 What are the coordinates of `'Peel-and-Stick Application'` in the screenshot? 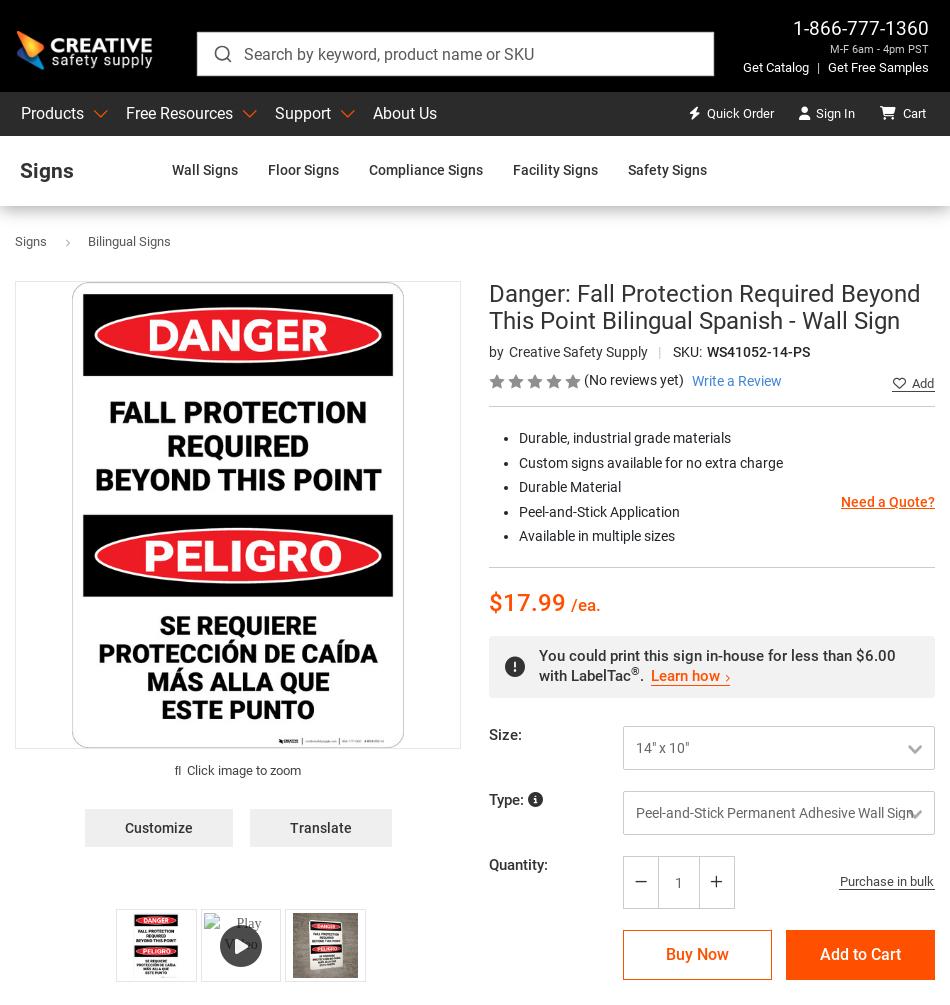 It's located at (518, 510).